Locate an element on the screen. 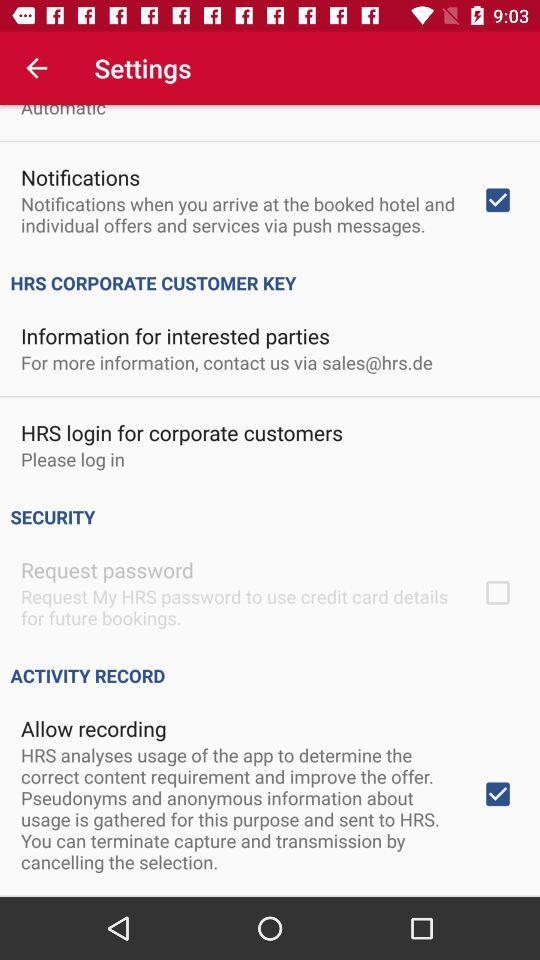  previous page is located at coordinates (36, 68).